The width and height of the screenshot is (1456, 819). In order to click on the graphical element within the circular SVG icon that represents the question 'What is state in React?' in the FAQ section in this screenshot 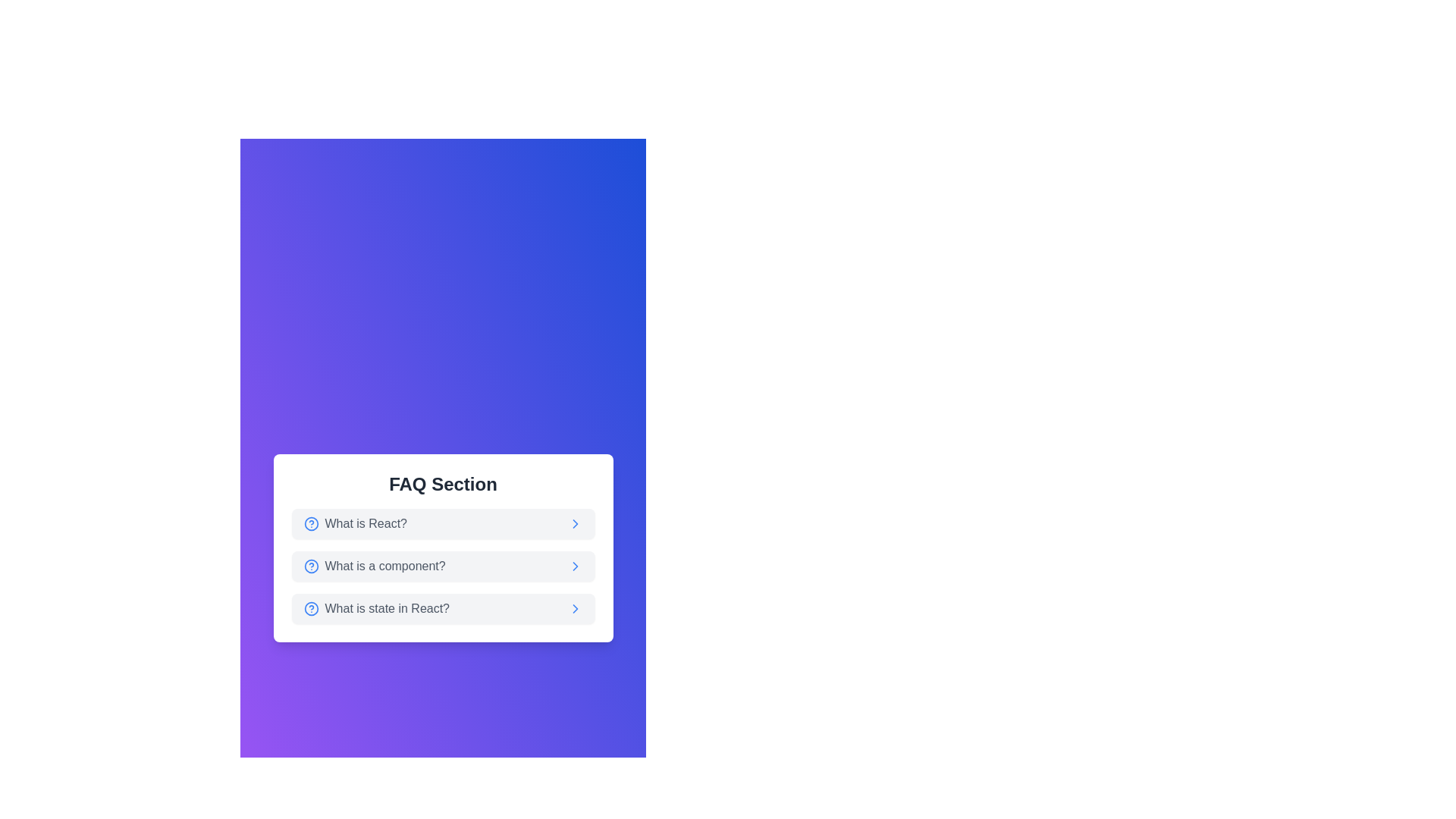, I will do `click(310, 607)`.